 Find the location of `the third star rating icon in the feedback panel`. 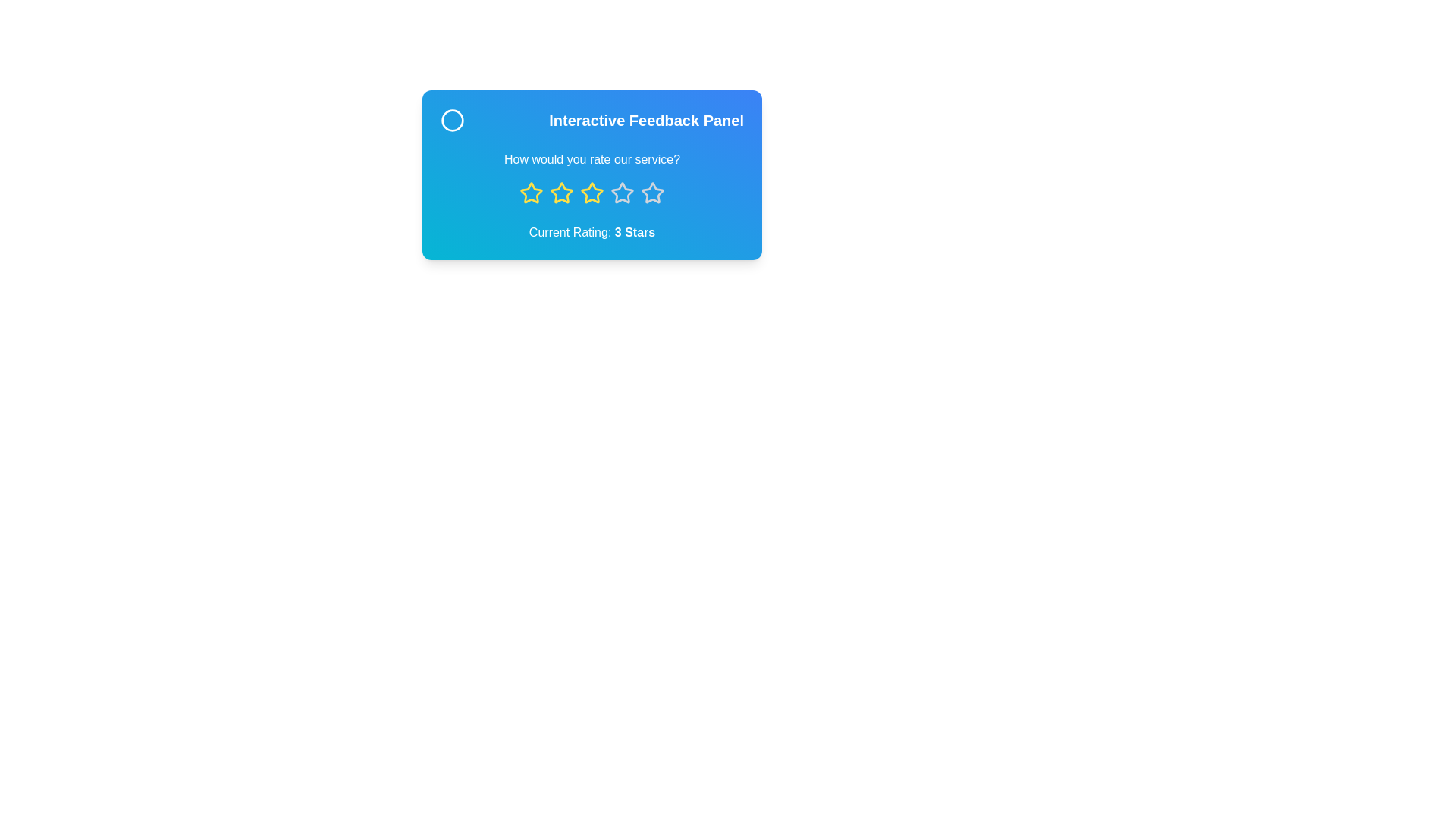

the third star rating icon in the feedback panel is located at coordinates (560, 192).